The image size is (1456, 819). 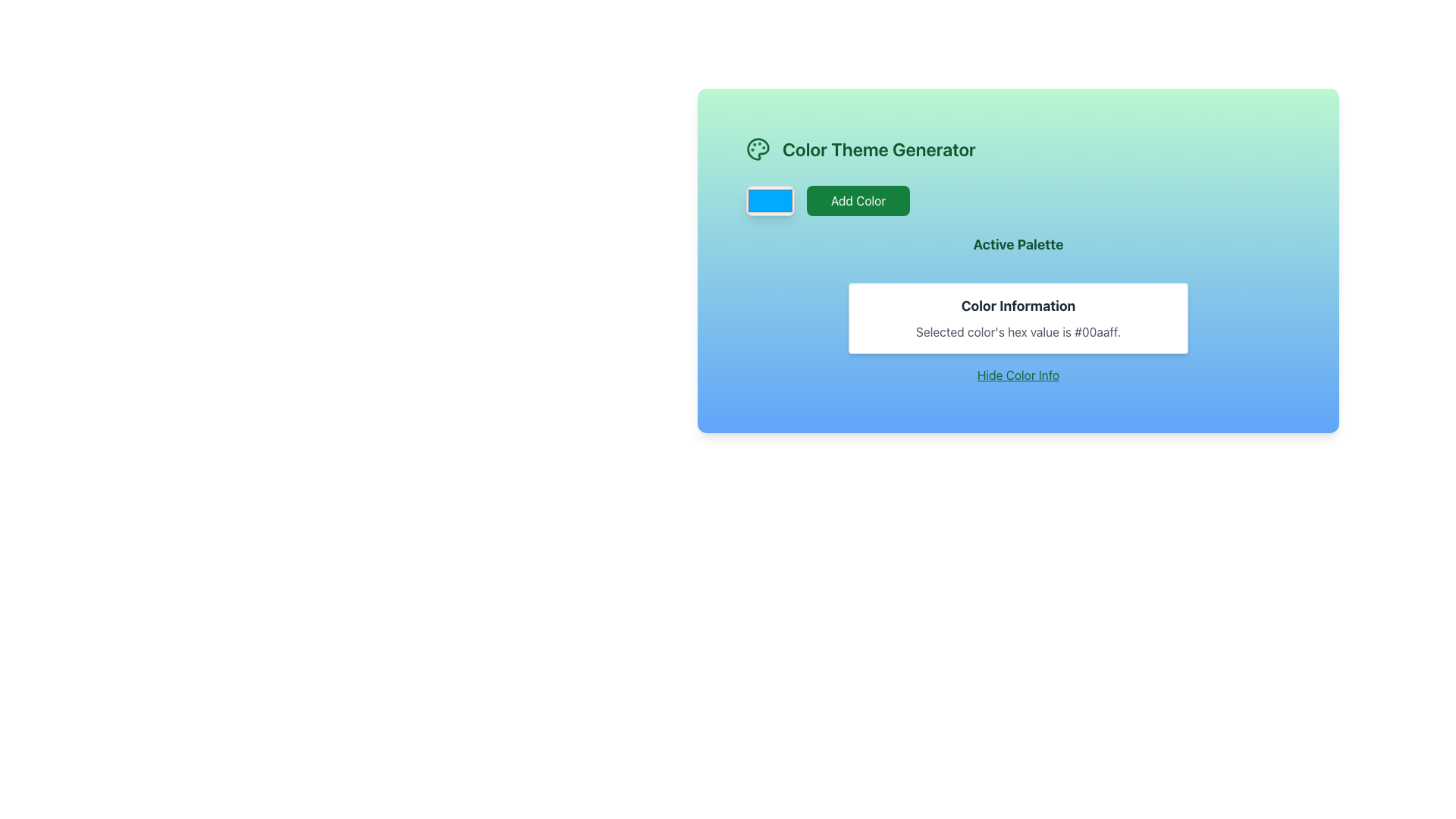 I want to click on displayed hex color value from the text stating "Selected color's hex value is #00aaff." which is shown in muted gray font below the header "Color Information", so click(x=1018, y=331).